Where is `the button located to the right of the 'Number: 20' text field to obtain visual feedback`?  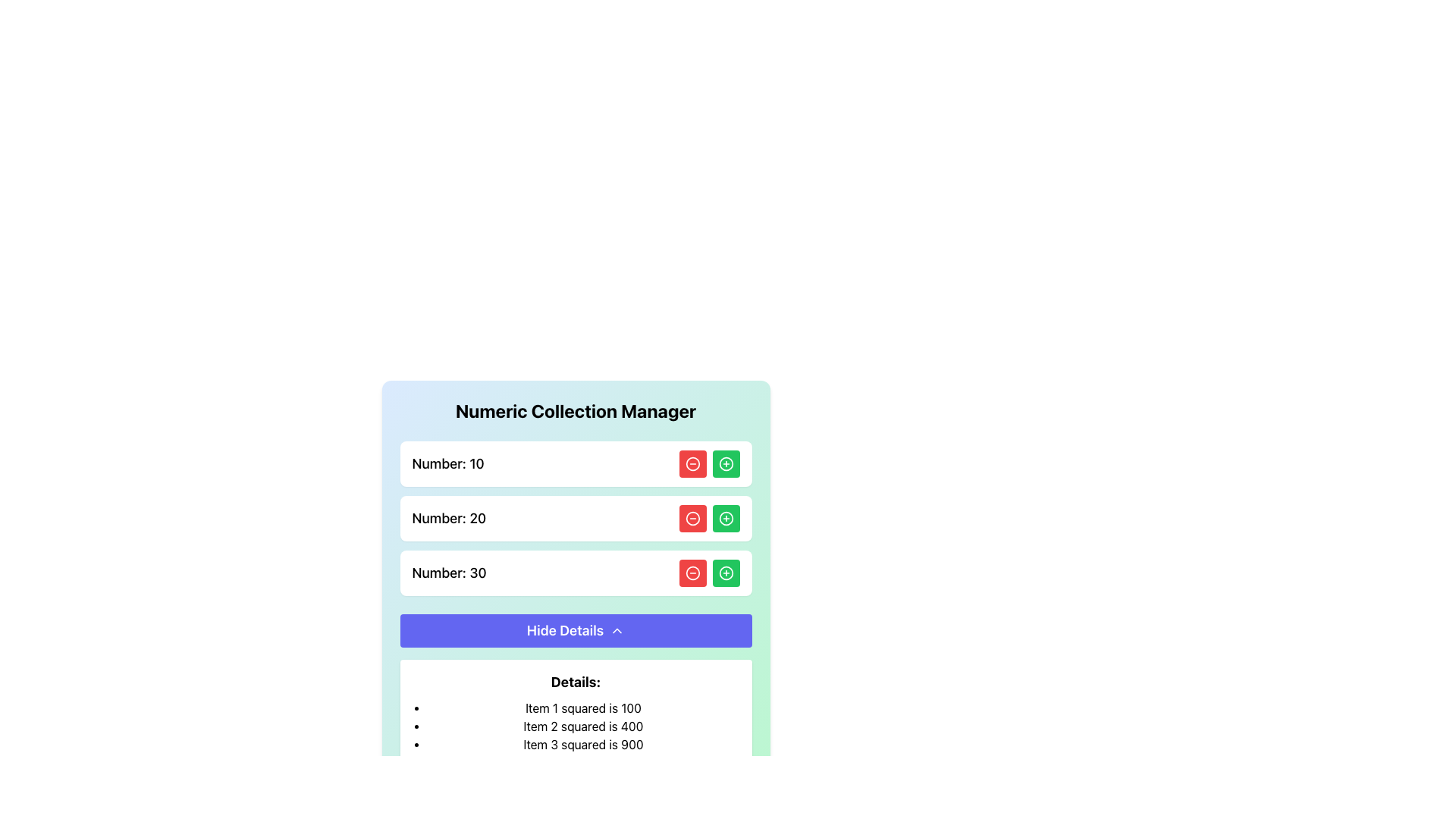
the button located to the right of the 'Number: 20' text field to obtain visual feedback is located at coordinates (725, 517).